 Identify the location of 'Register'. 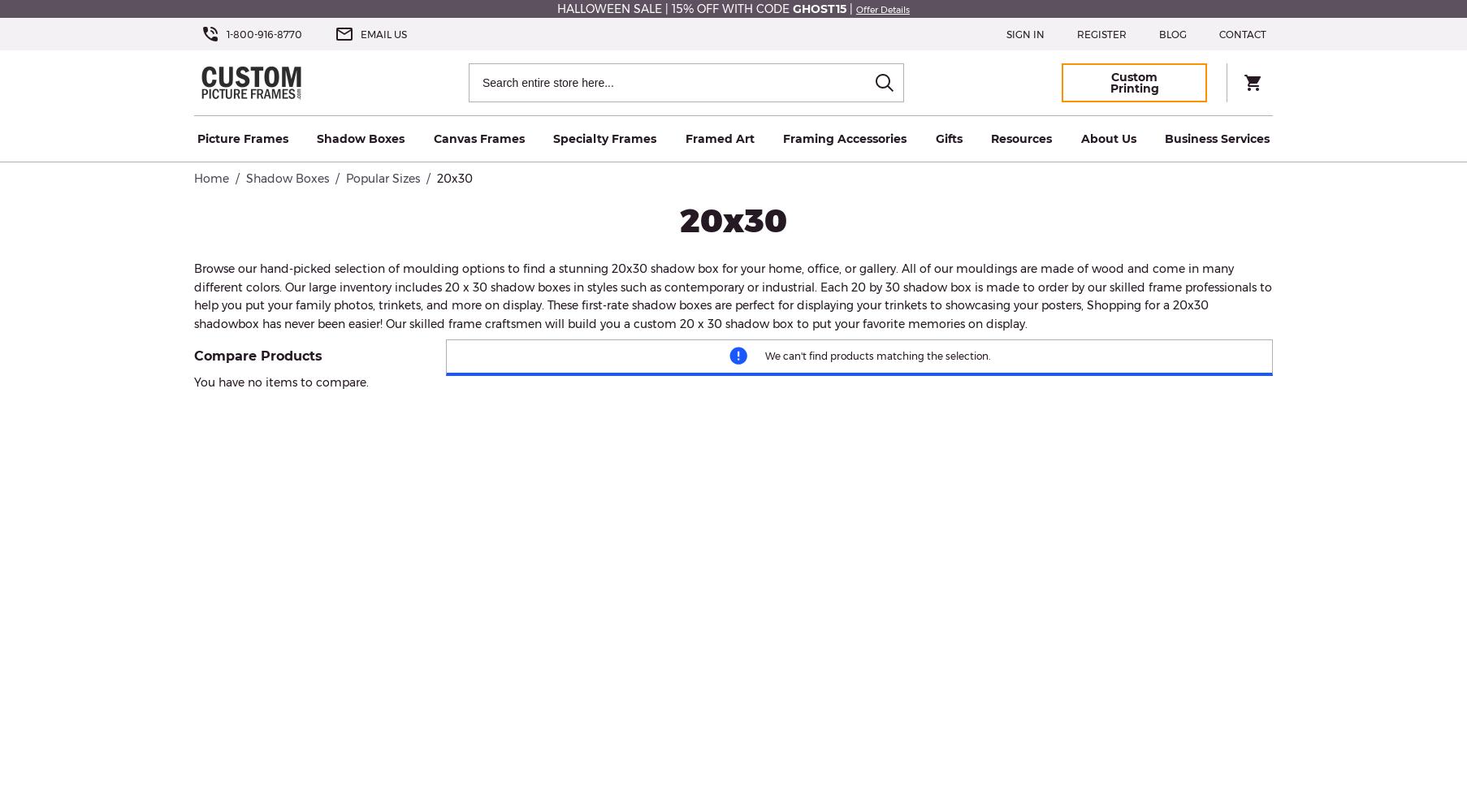
(1101, 33).